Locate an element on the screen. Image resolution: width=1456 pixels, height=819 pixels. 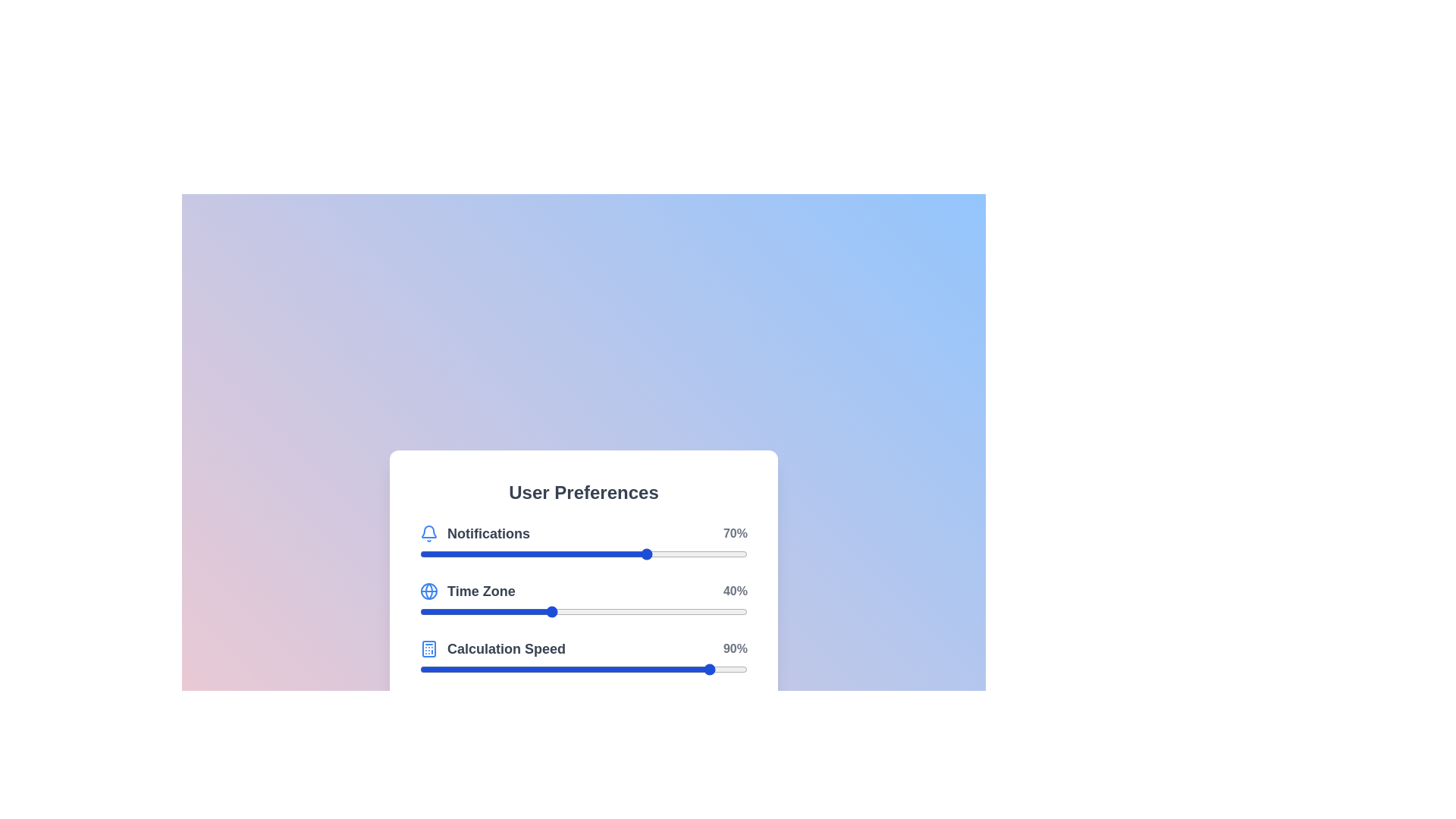
the 'Time Zone' slider to 9% by dragging the slider to the corresponding position is located at coordinates (448, 610).